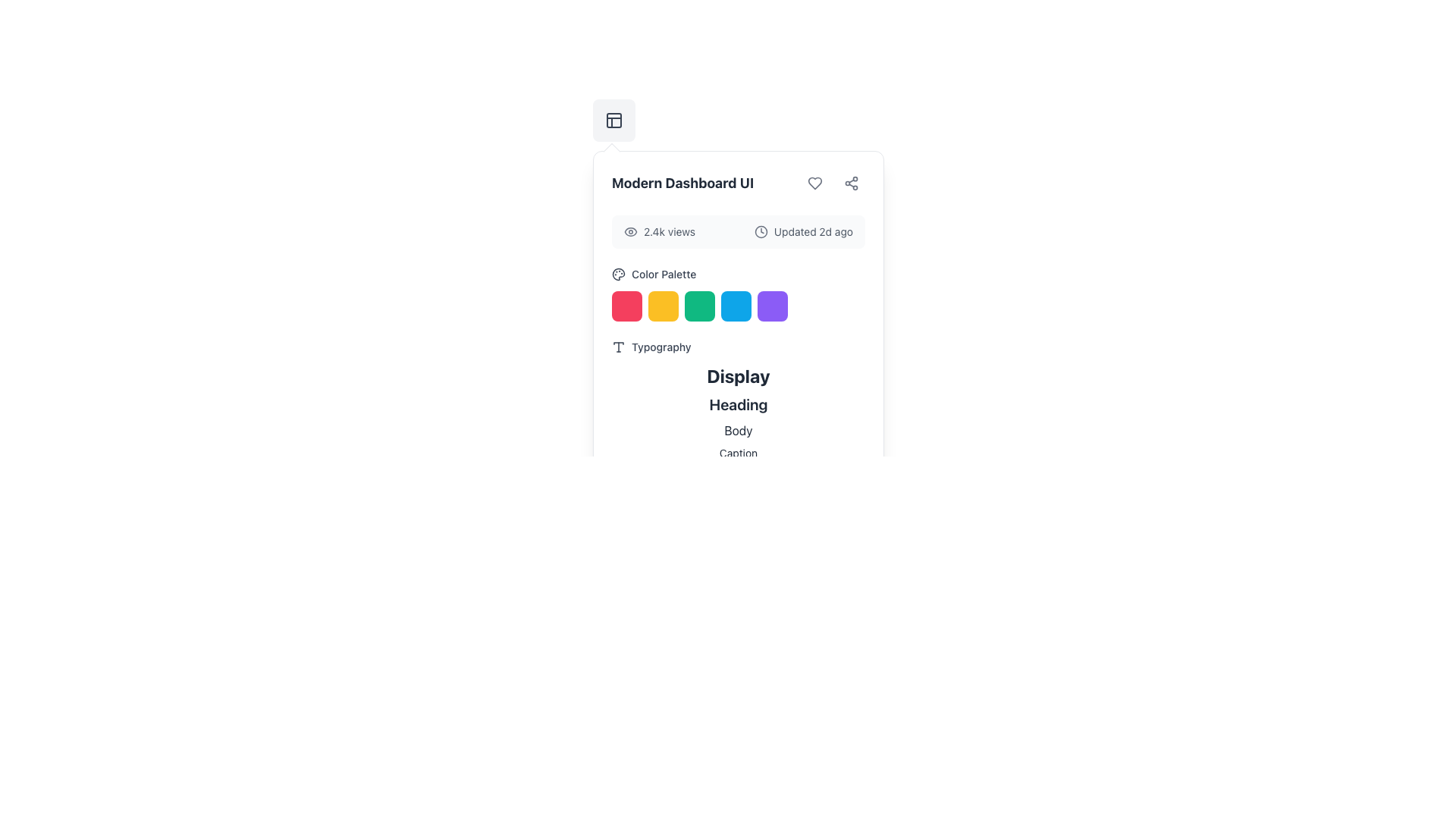  Describe the element at coordinates (852, 183) in the screenshot. I see `the second interactive button at the top-right of the card-like UI component` at that location.